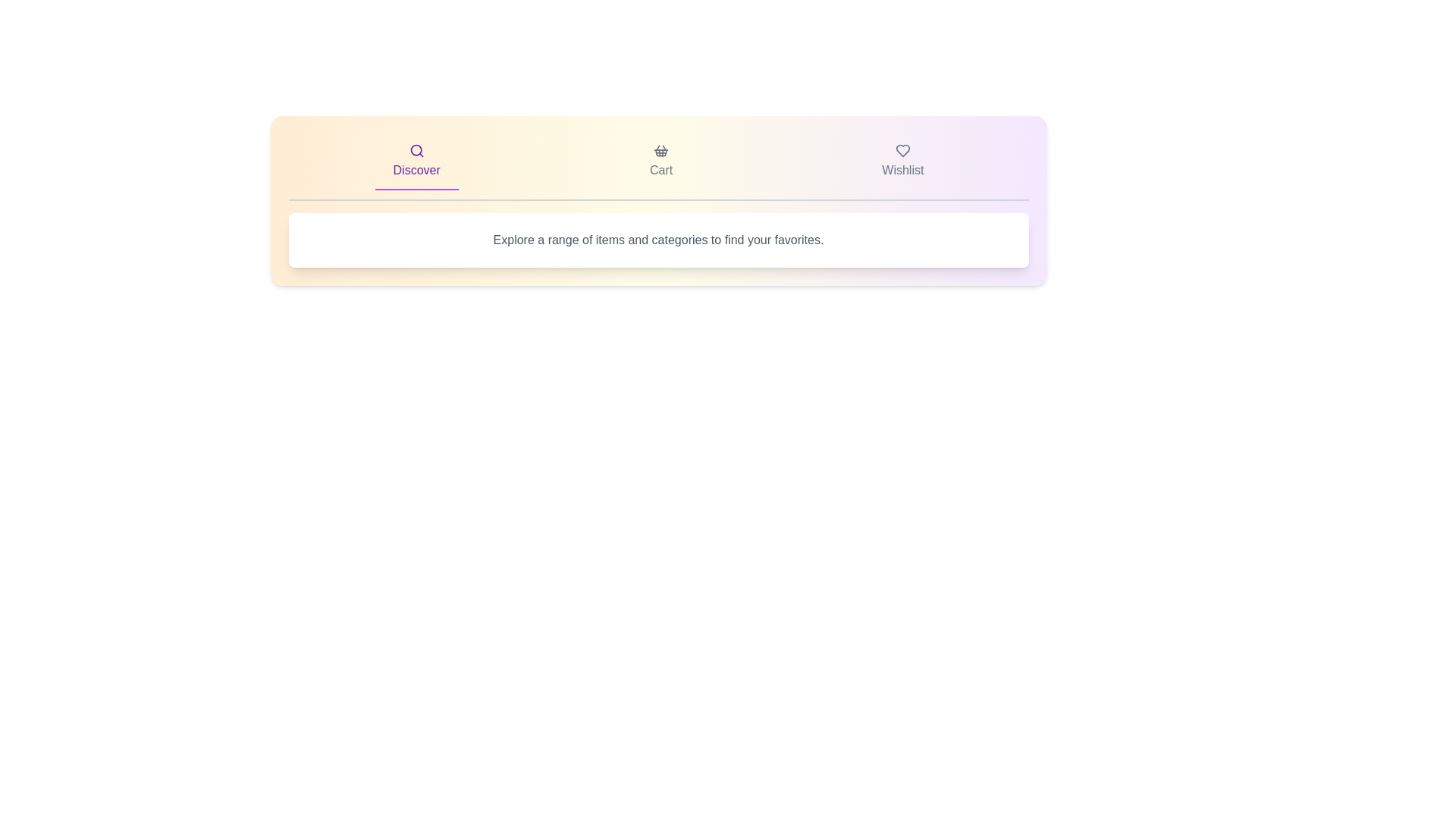 The width and height of the screenshot is (1456, 819). Describe the element at coordinates (416, 162) in the screenshot. I see `the Discover tab by clicking on its button` at that location.